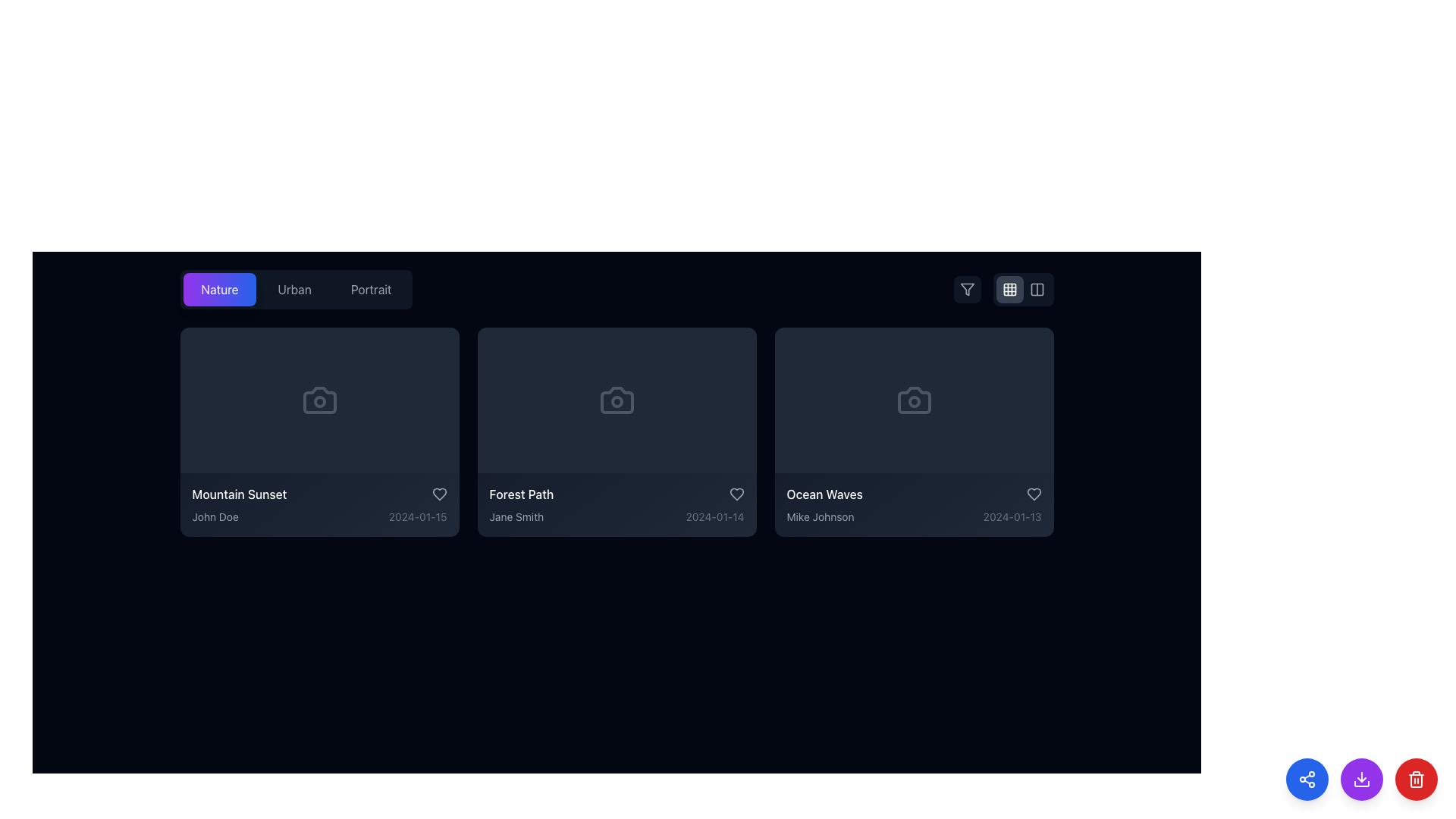 The height and width of the screenshot is (819, 1456). Describe the element at coordinates (1361, 780) in the screenshot. I see `the circular purple download button with a downward-pointing arrow icon to initiate a download` at that location.